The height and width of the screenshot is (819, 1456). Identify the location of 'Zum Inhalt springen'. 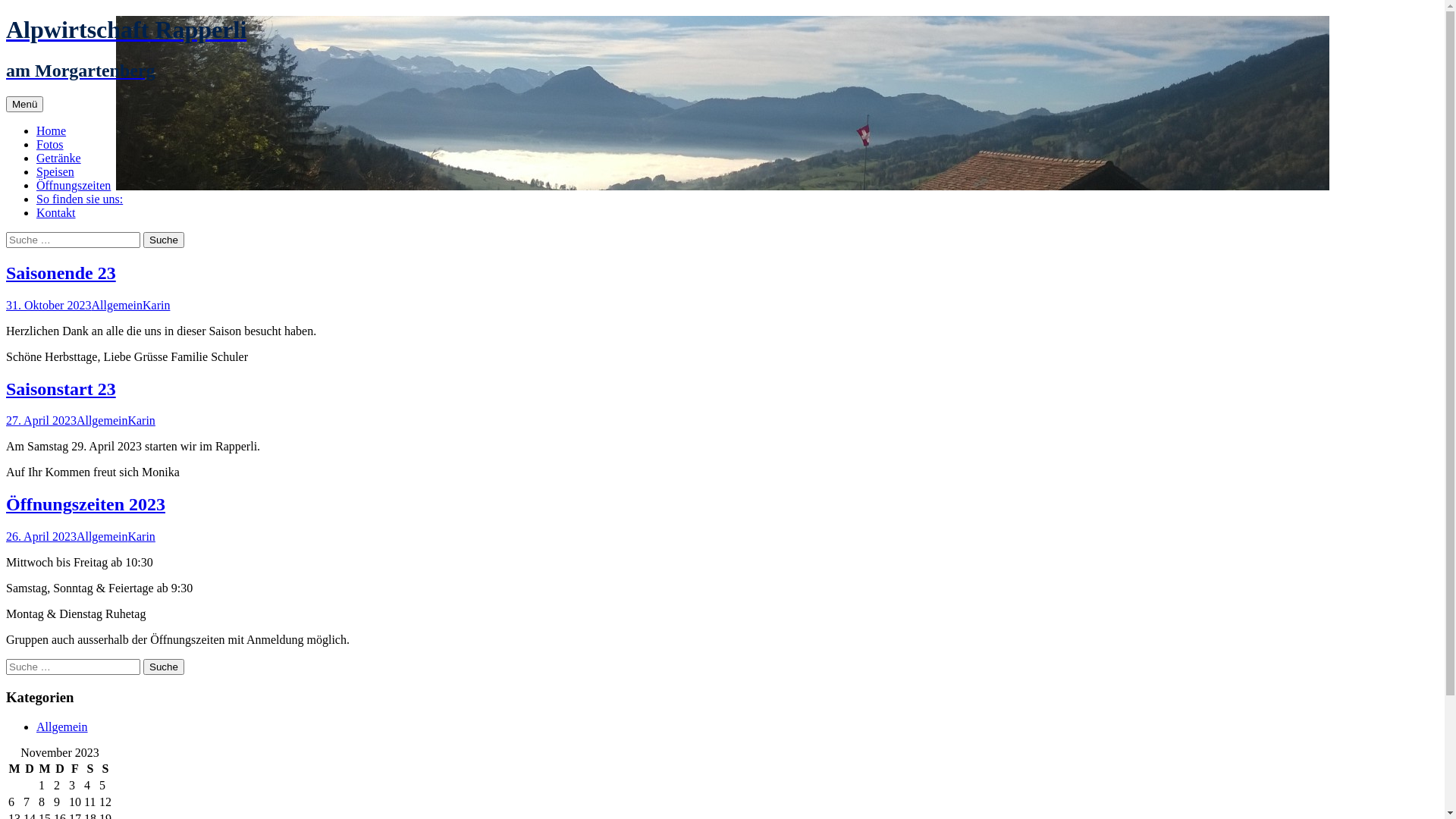
(42, 96).